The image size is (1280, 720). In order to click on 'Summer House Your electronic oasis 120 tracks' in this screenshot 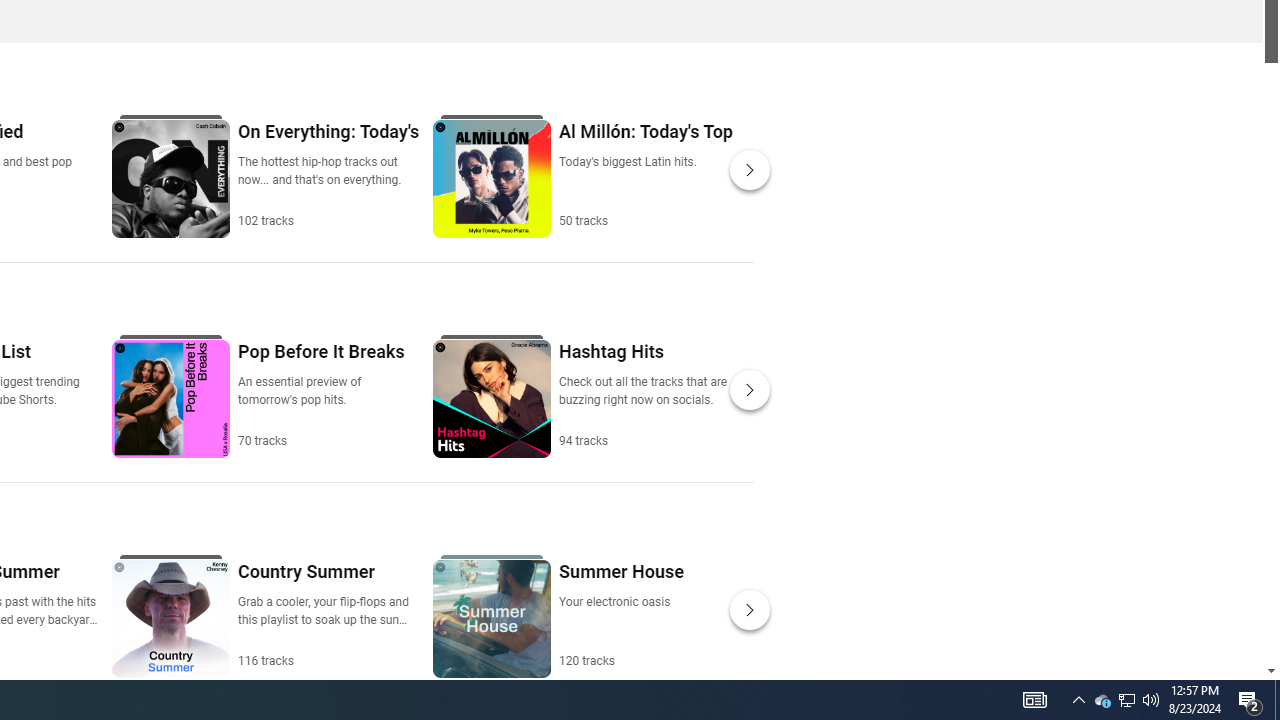, I will do `click(619, 613)`.